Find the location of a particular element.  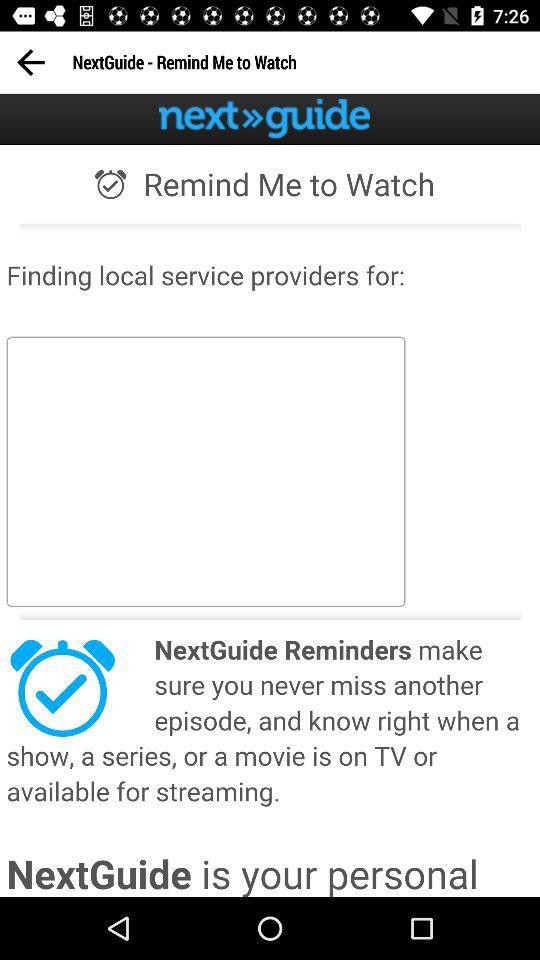

previous button is located at coordinates (29, 62).